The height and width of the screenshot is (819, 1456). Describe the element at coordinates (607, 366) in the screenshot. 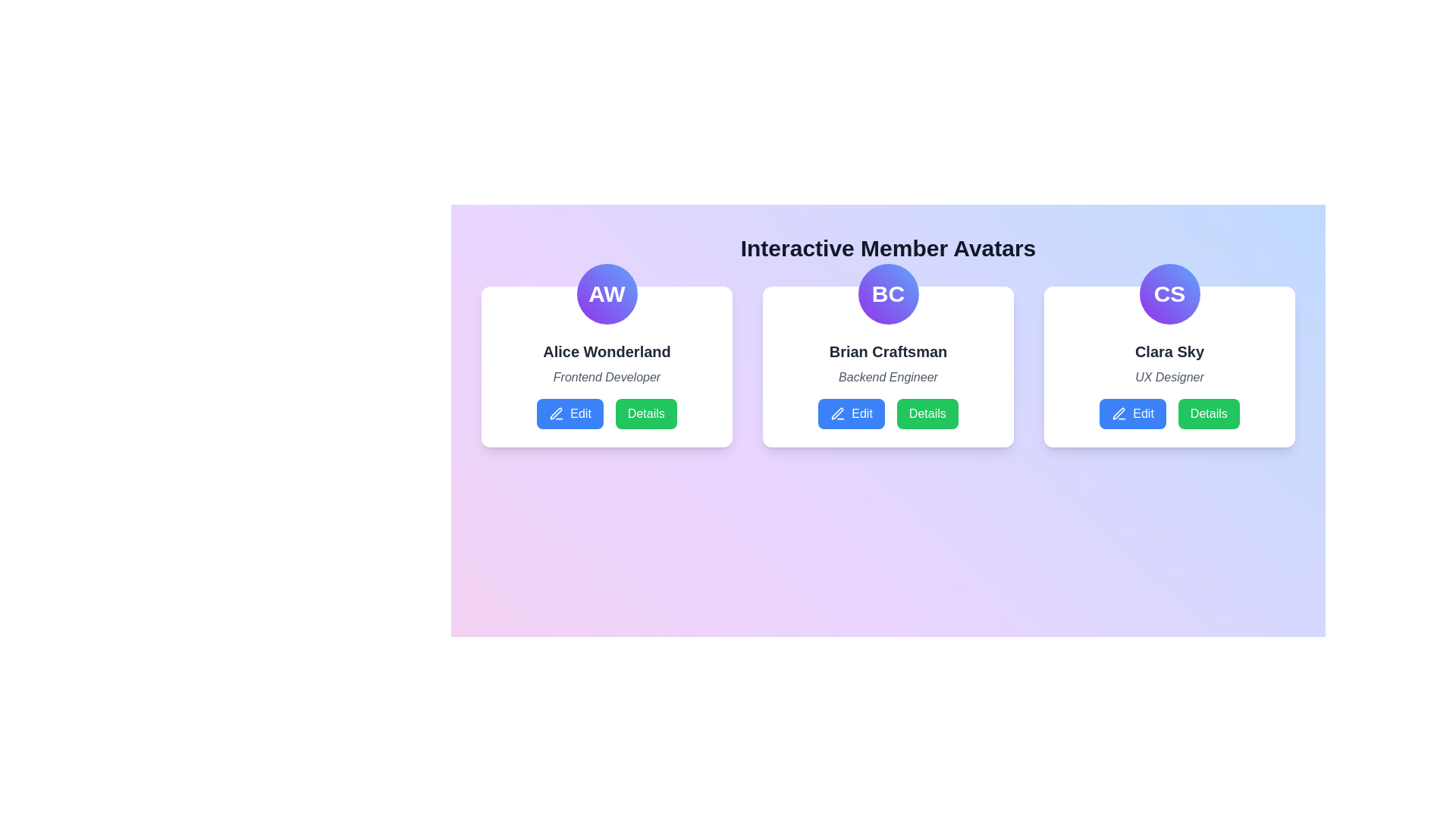

I see `the Profile Card displaying the user's name and role, which is the first card in the grid on the left` at that location.